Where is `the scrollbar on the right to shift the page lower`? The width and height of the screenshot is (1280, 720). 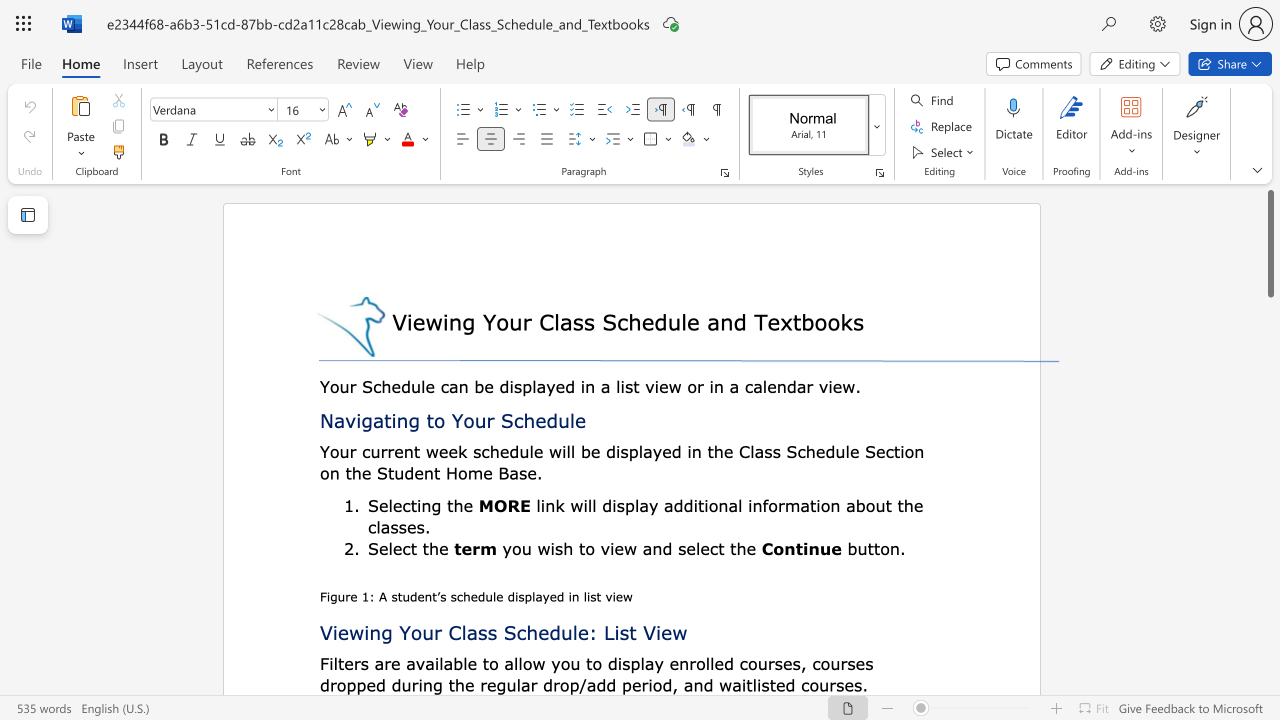 the scrollbar on the right to shift the page lower is located at coordinates (1269, 370).